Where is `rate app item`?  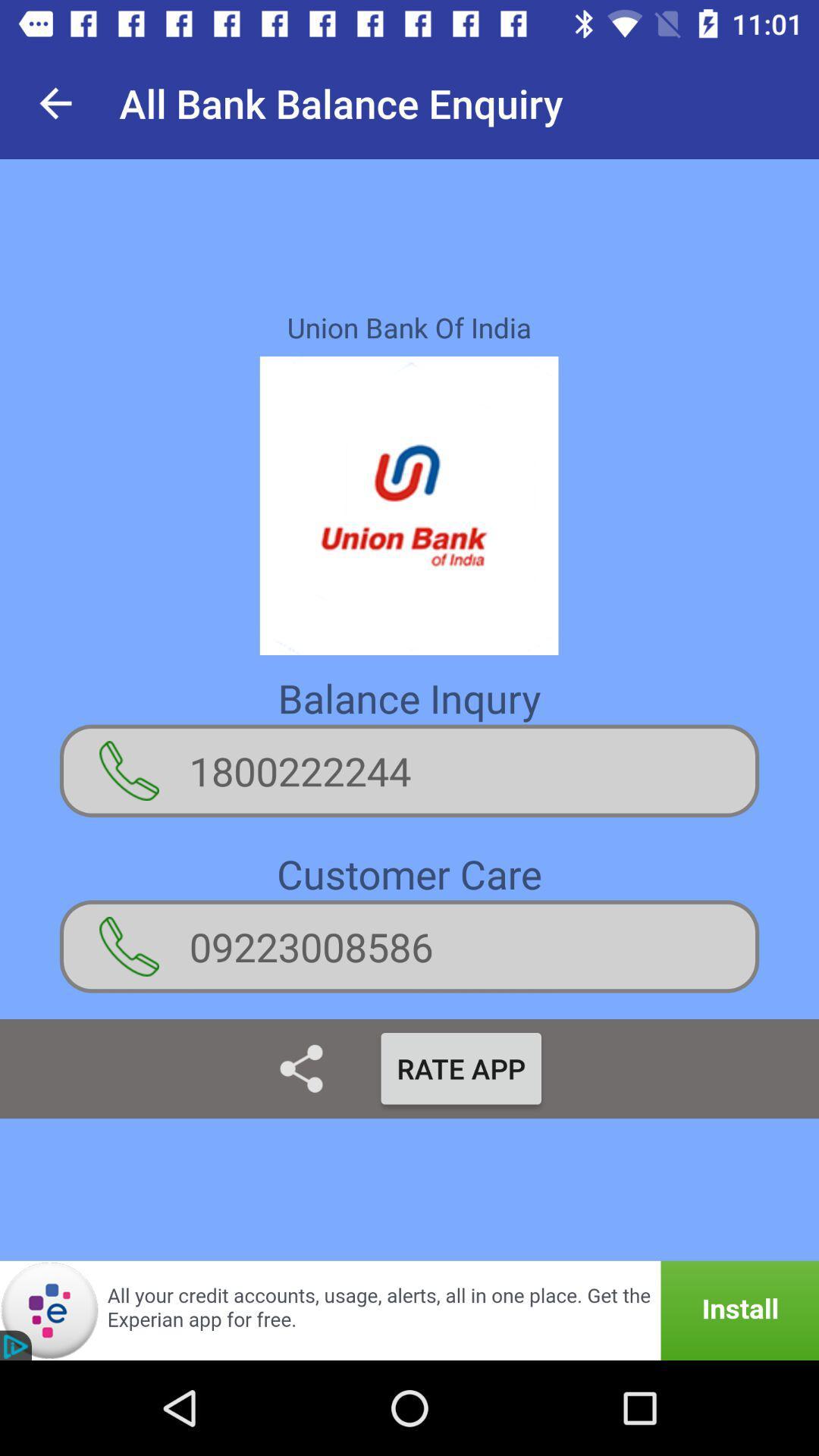 rate app item is located at coordinates (460, 1068).